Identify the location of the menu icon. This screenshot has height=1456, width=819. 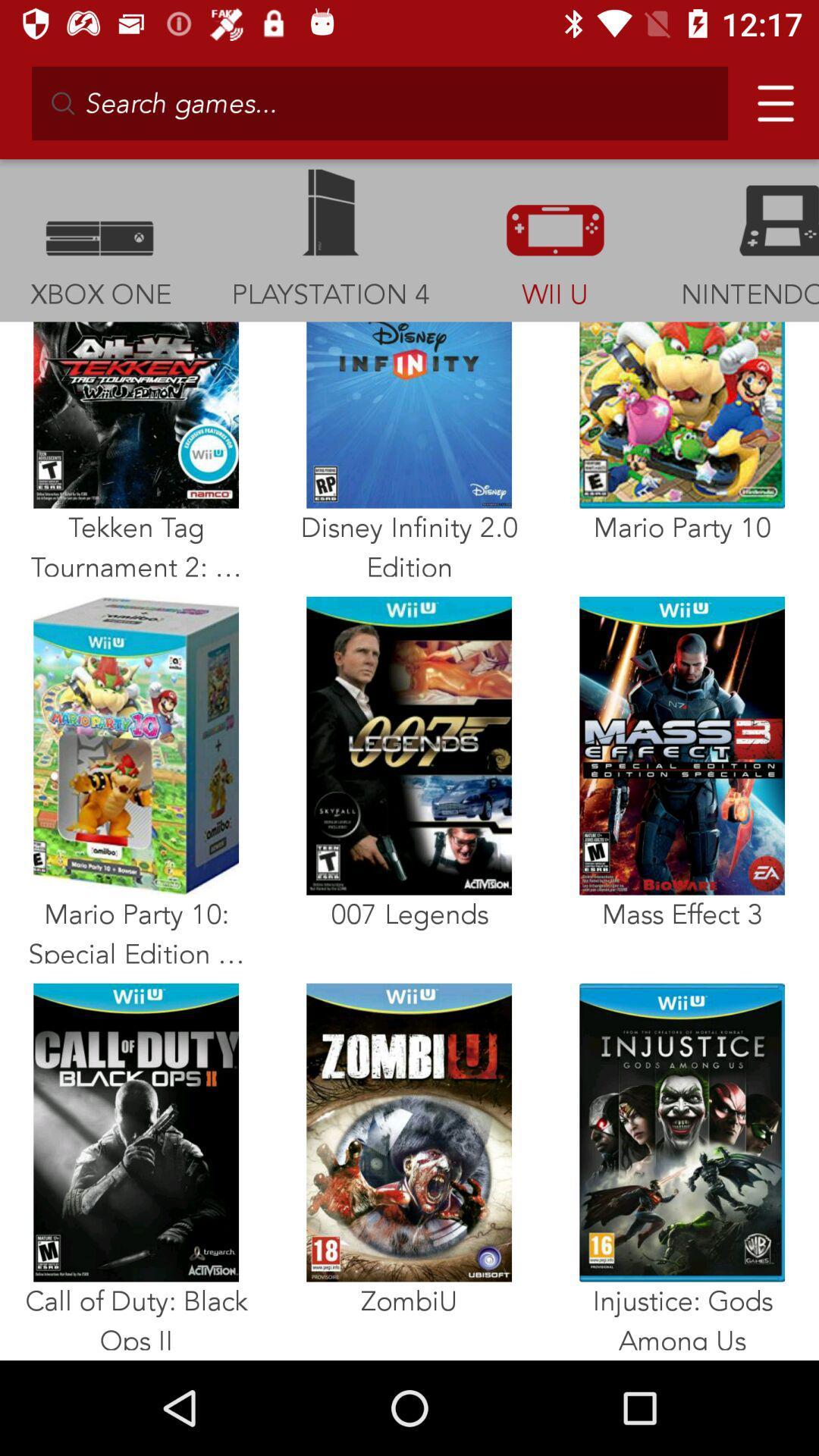
(769, 96).